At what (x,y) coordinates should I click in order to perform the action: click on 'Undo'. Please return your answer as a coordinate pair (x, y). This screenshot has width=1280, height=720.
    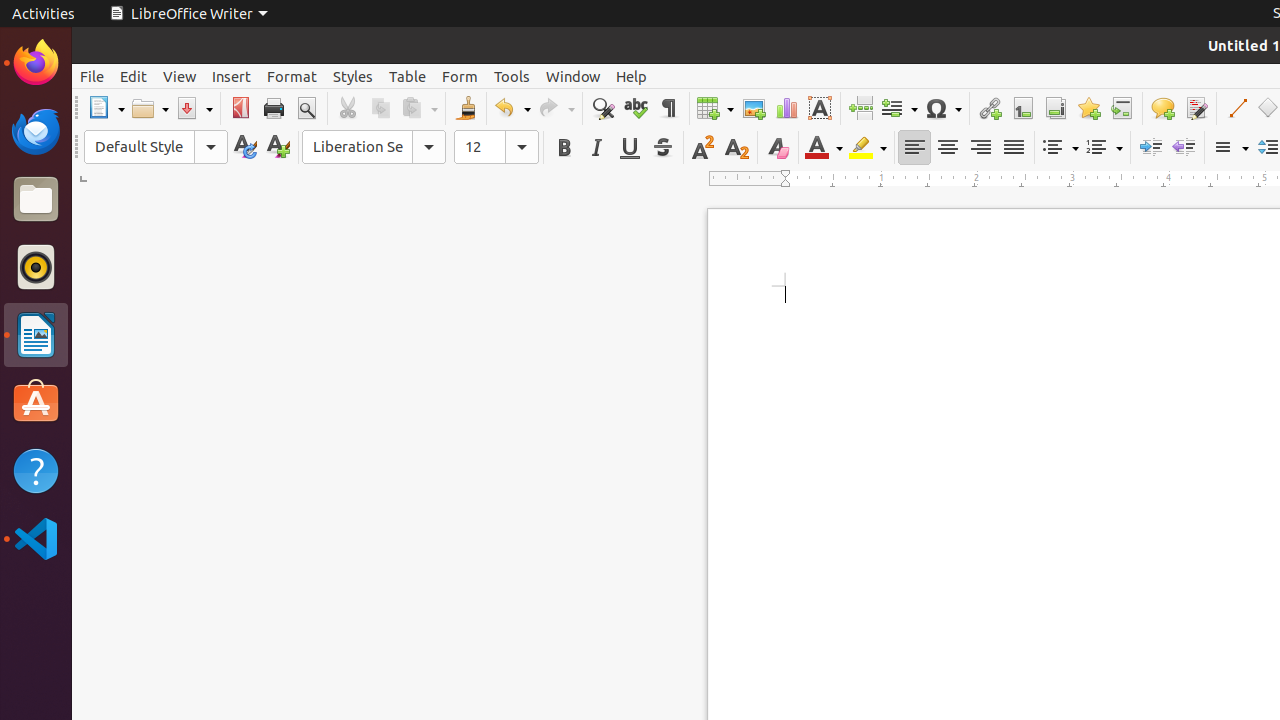
    Looking at the image, I should click on (512, 108).